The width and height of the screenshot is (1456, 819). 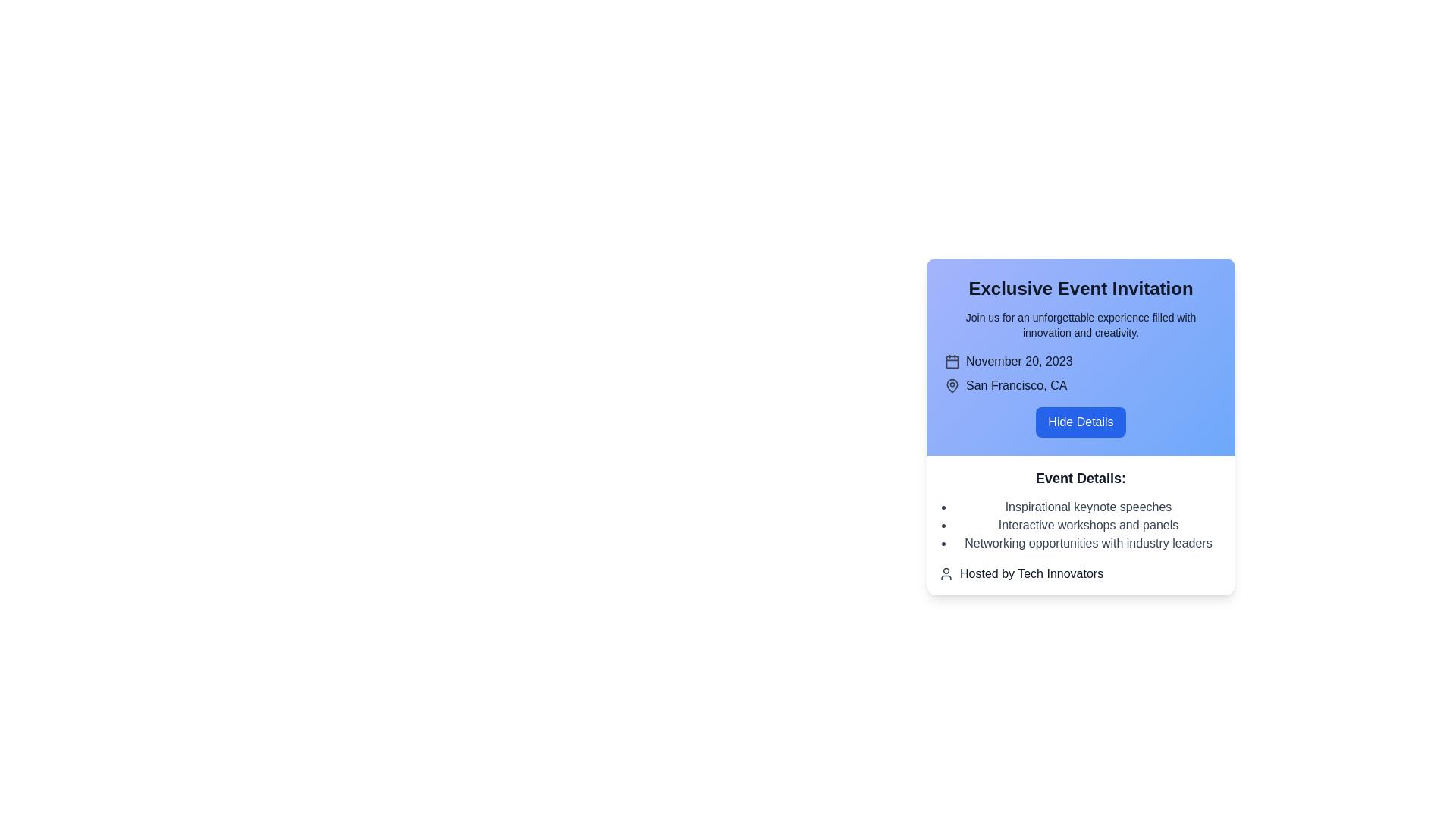 What do you see at coordinates (1080, 422) in the screenshot?
I see `the button located in the card below the 'San Francisco, CA' text` at bounding box center [1080, 422].